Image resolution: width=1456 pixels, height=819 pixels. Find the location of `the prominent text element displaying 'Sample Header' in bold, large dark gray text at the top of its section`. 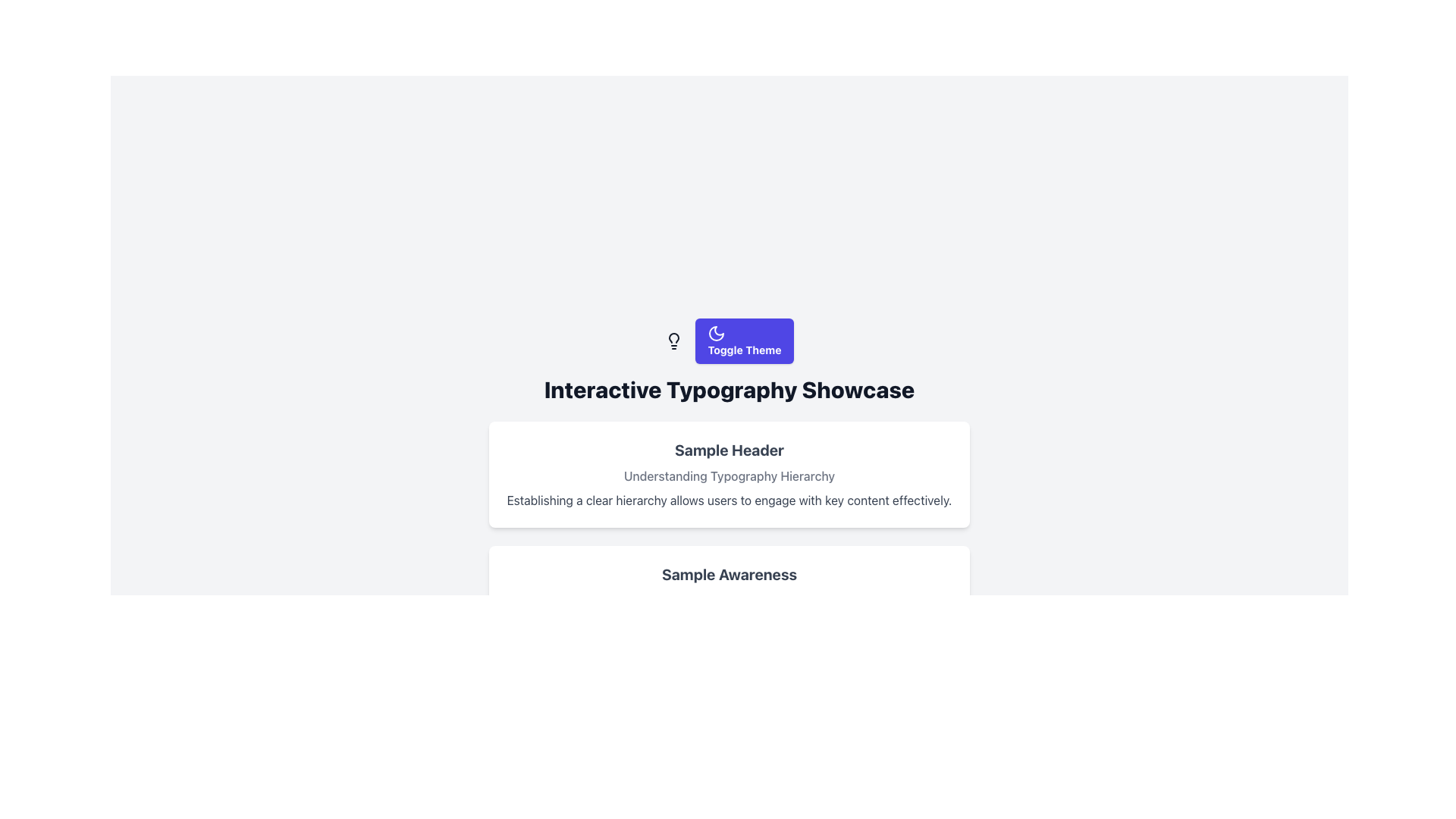

the prominent text element displaying 'Sample Header' in bold, large dark gray text at the top of its section is located at coordinates (729, 450).